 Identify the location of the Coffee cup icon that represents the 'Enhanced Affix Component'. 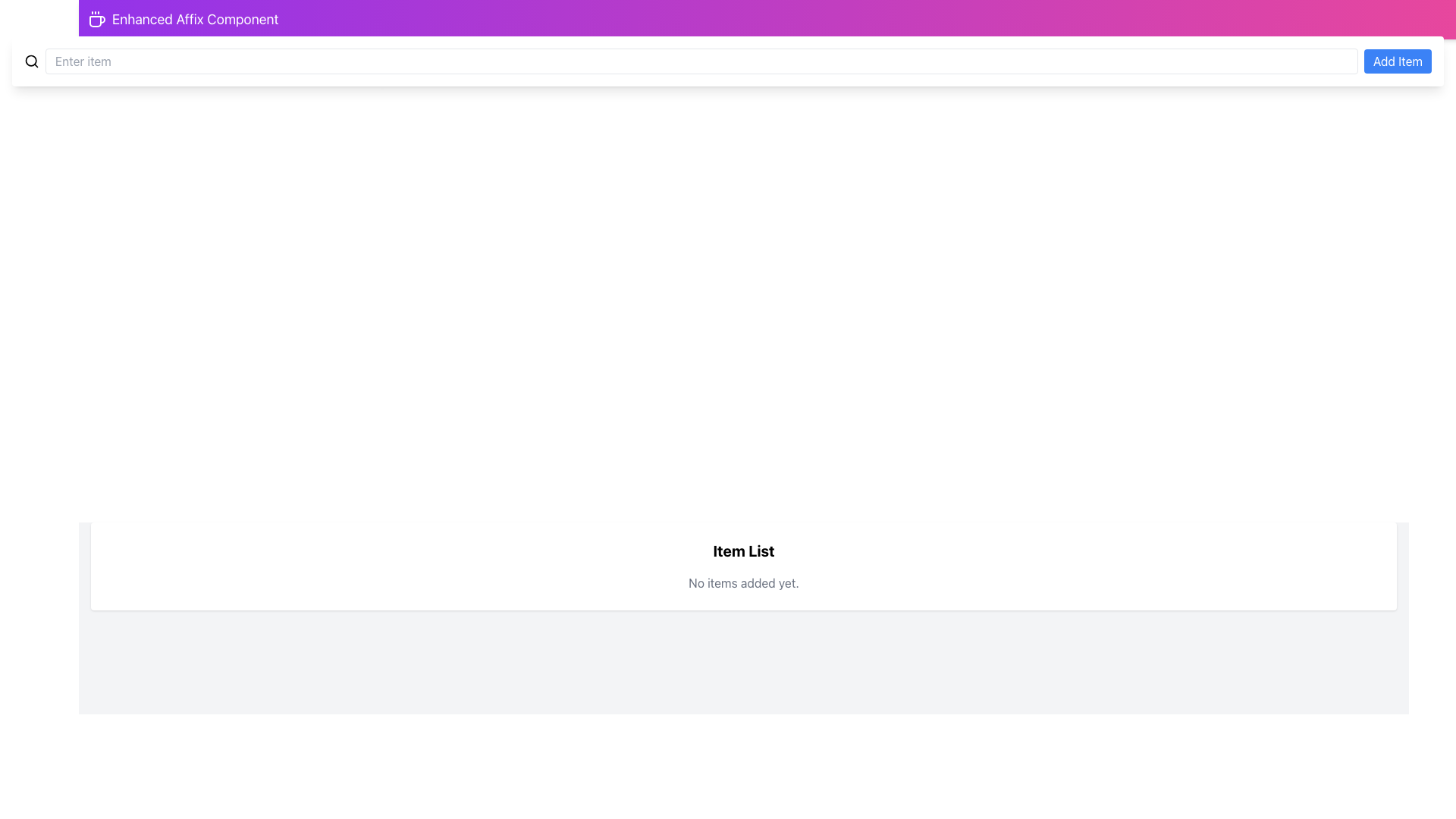
(96, 20).